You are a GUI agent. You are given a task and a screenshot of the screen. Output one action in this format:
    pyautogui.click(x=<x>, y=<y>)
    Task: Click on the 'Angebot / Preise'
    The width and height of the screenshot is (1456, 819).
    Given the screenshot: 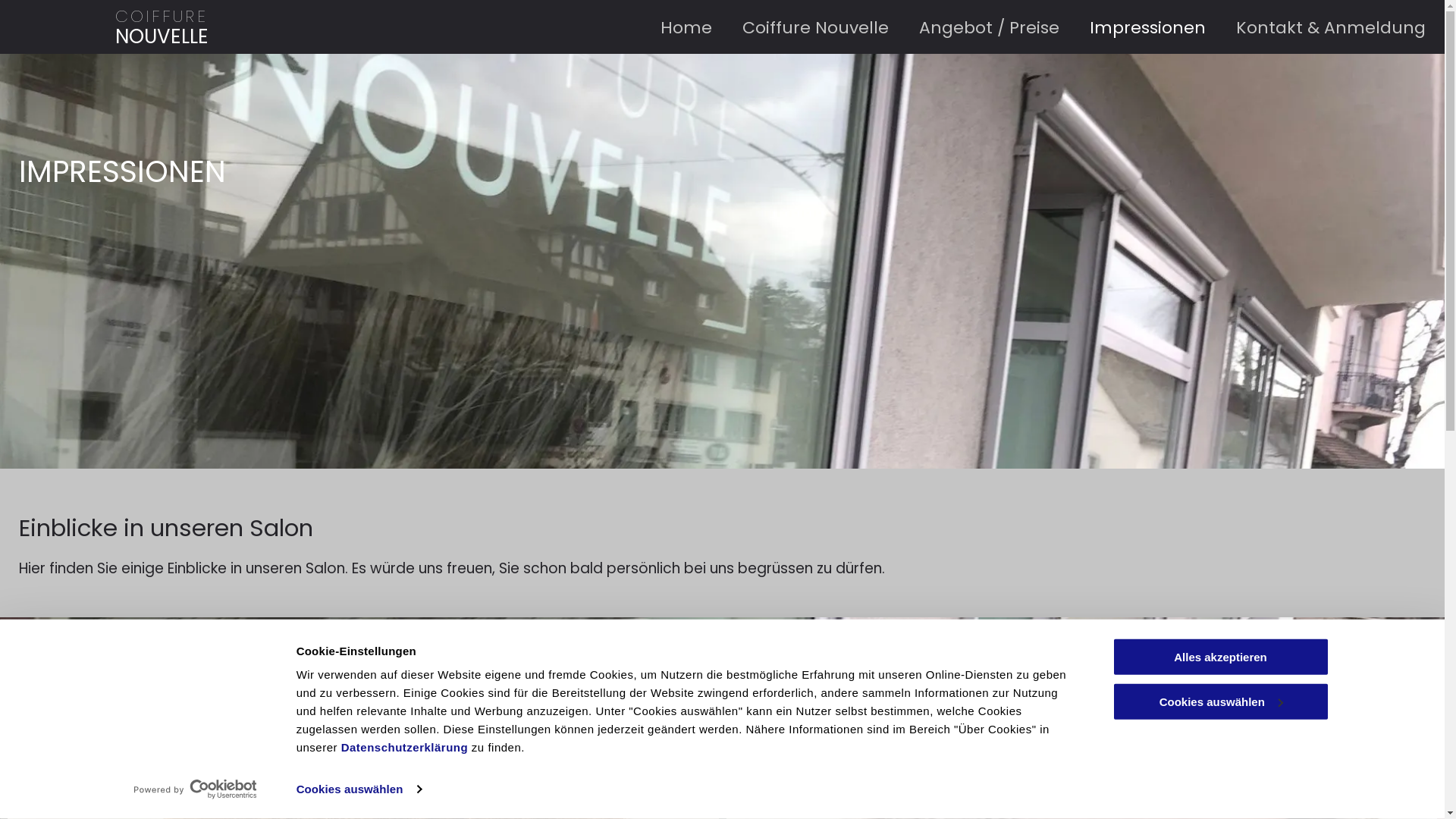 What is the action you would take?
    pyautogui.click(x=974, y=26)
    